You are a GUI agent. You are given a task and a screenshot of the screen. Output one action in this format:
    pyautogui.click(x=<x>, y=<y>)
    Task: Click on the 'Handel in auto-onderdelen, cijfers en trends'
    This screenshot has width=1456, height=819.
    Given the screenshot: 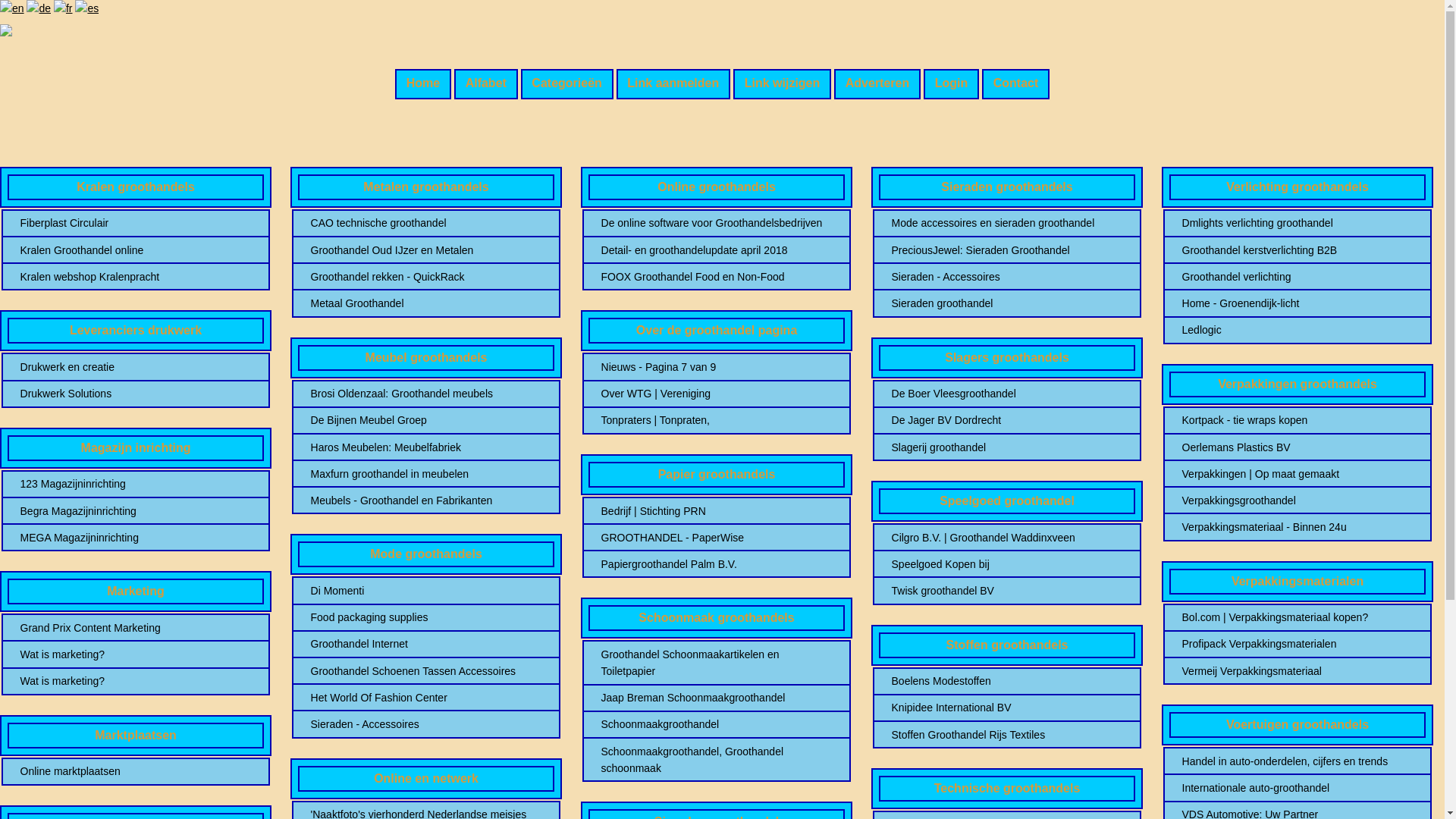 What is the action you would take?
    pyautogui.click(x=1297, y=761)
    